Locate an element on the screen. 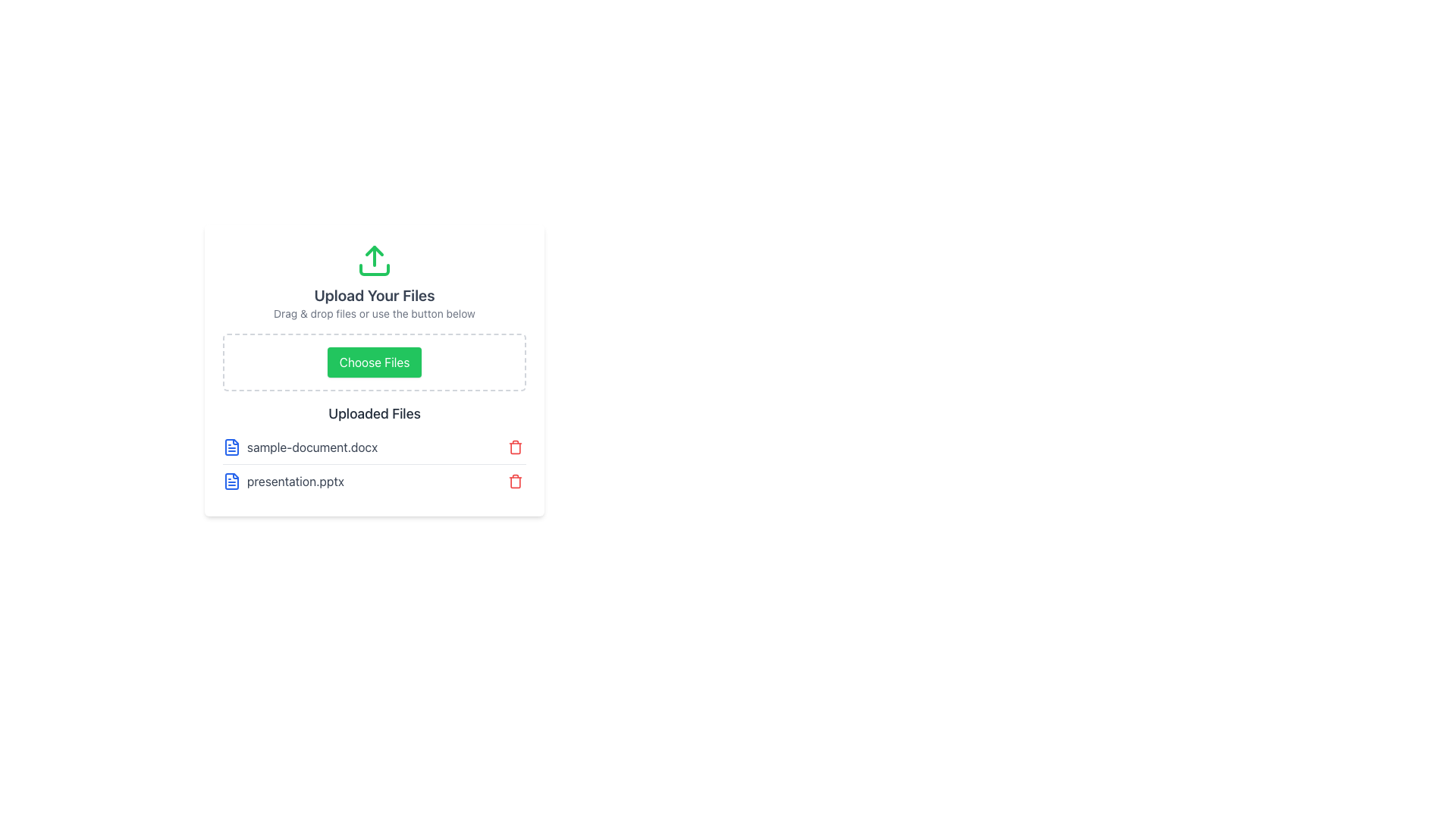  the file name 'presentation.pptx' is located at coordinates (375, 463).